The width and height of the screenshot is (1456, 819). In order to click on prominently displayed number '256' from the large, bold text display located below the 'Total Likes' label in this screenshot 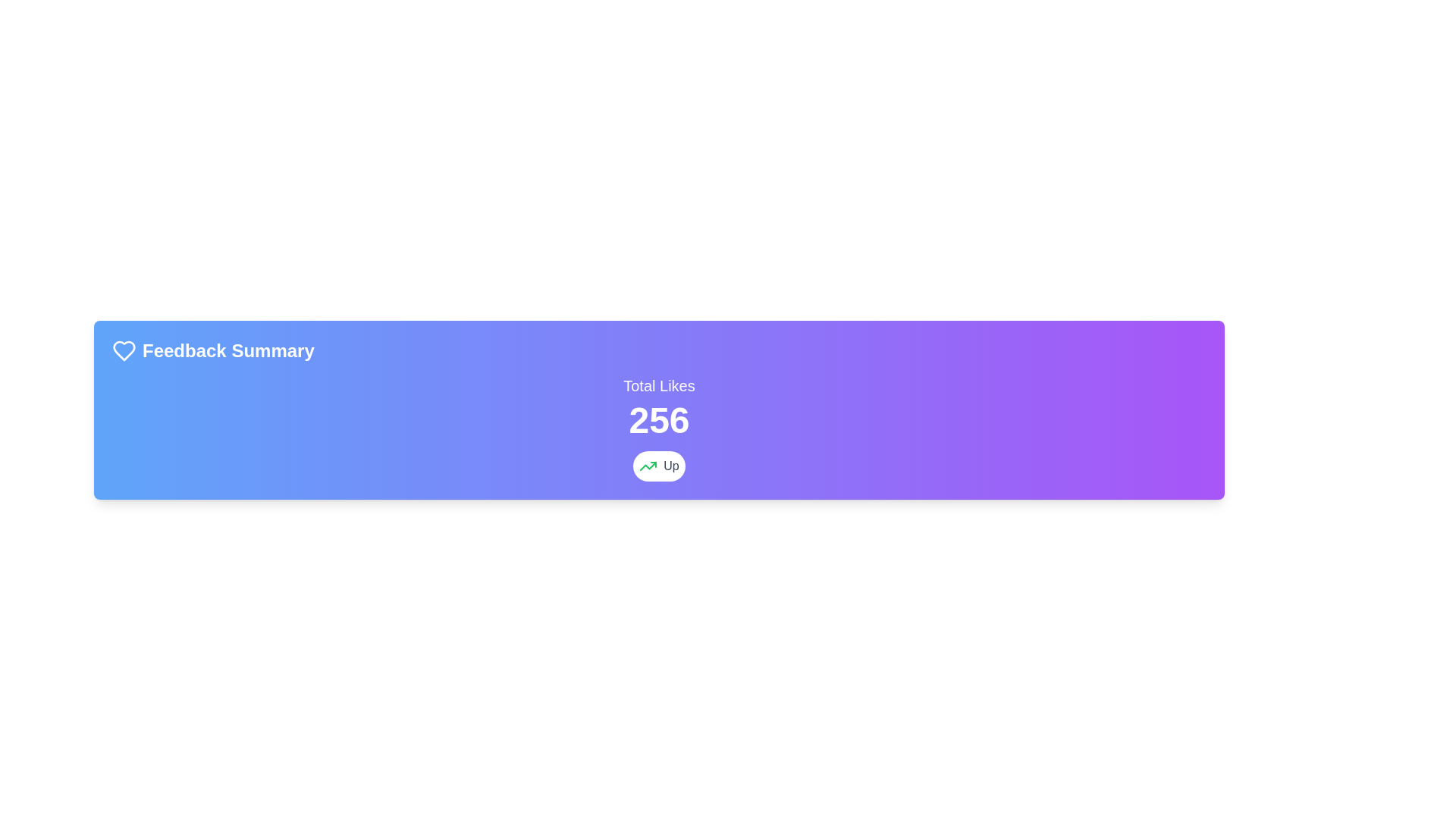, I will do `click(659, 421)`.